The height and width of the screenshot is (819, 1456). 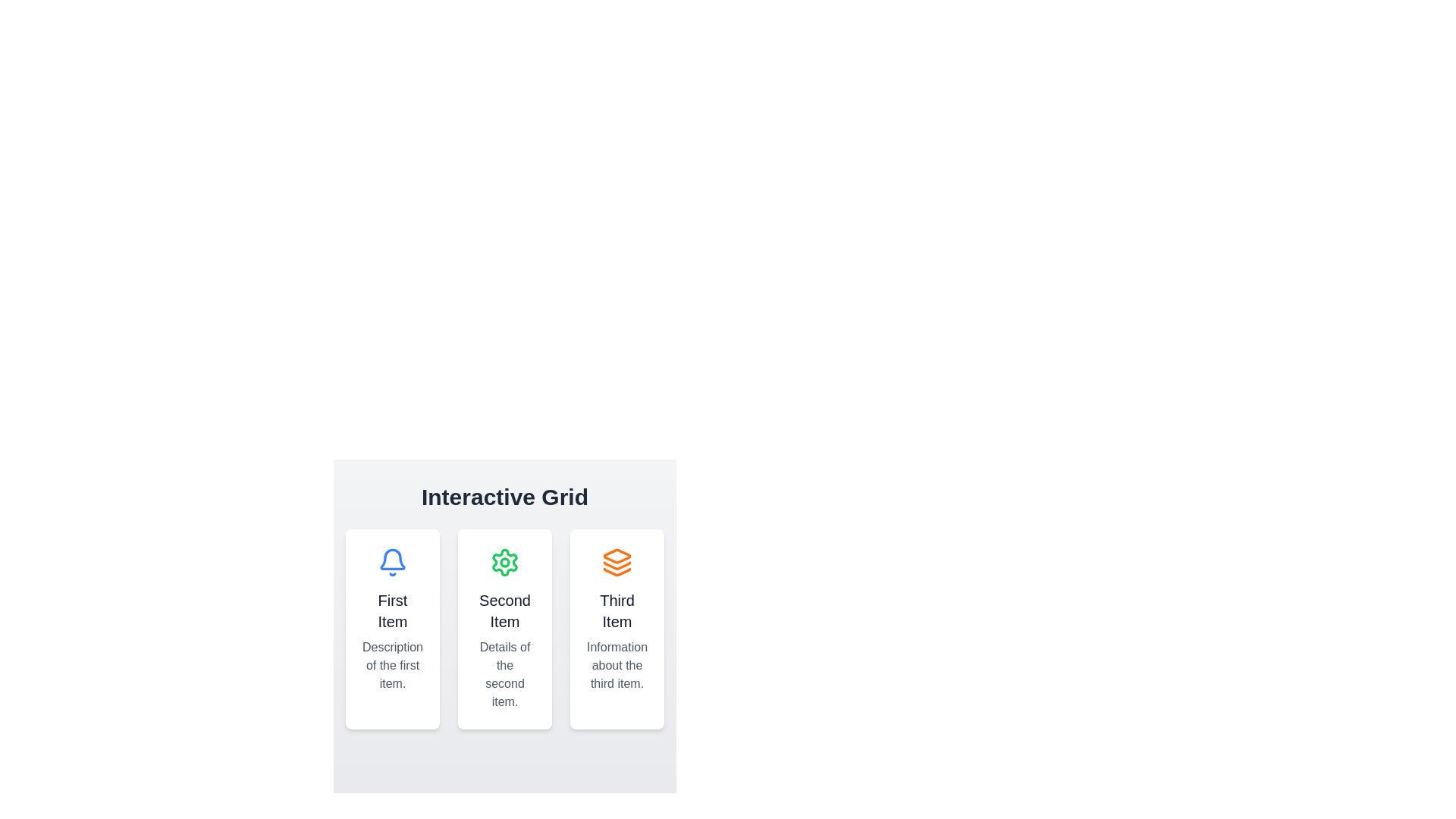 I want to click on the rectangular card with a white background, featuring a blue bell icon and the text 'First Item', so click(x=393, y=629).